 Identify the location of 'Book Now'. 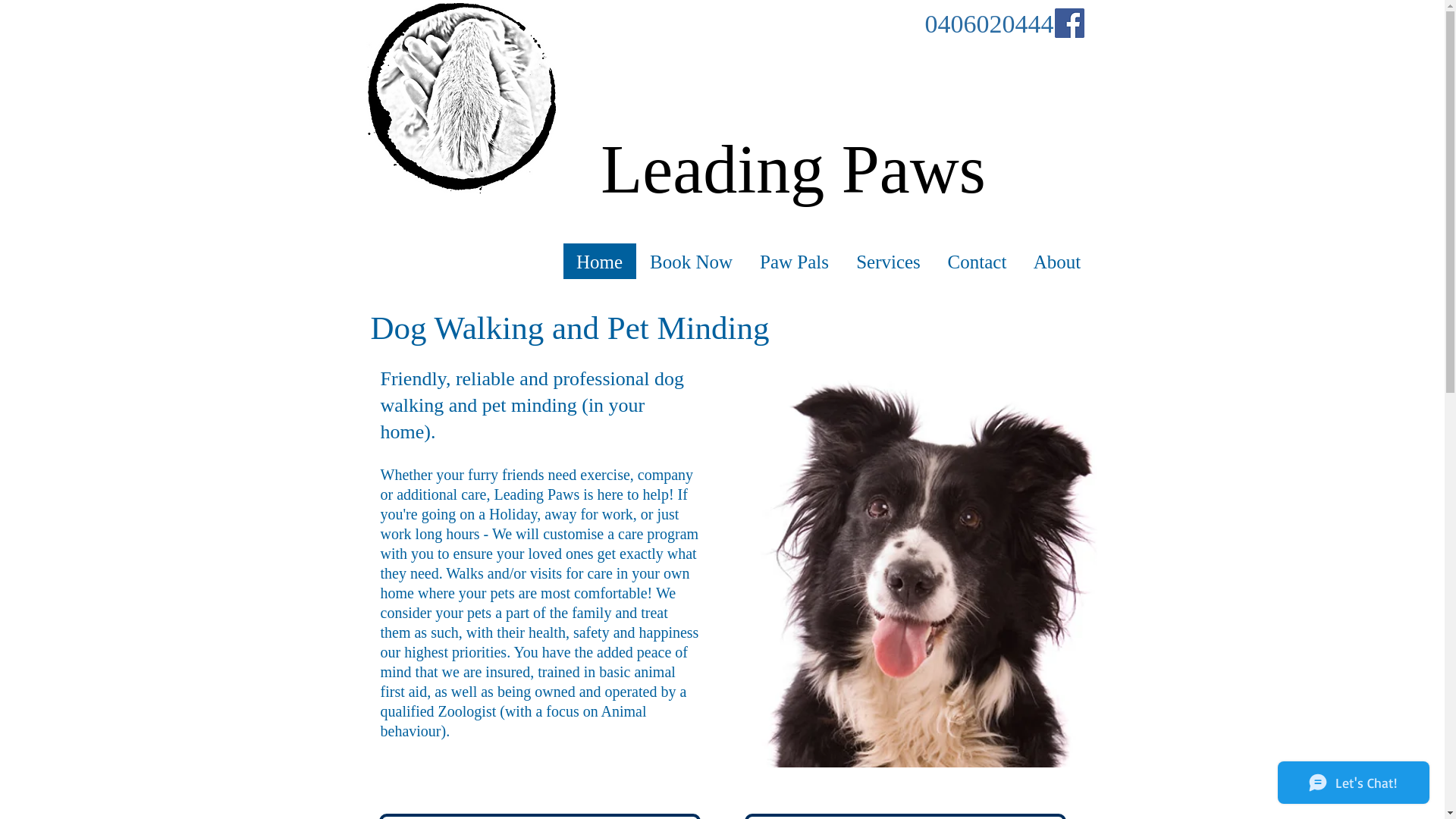
(689, 261).